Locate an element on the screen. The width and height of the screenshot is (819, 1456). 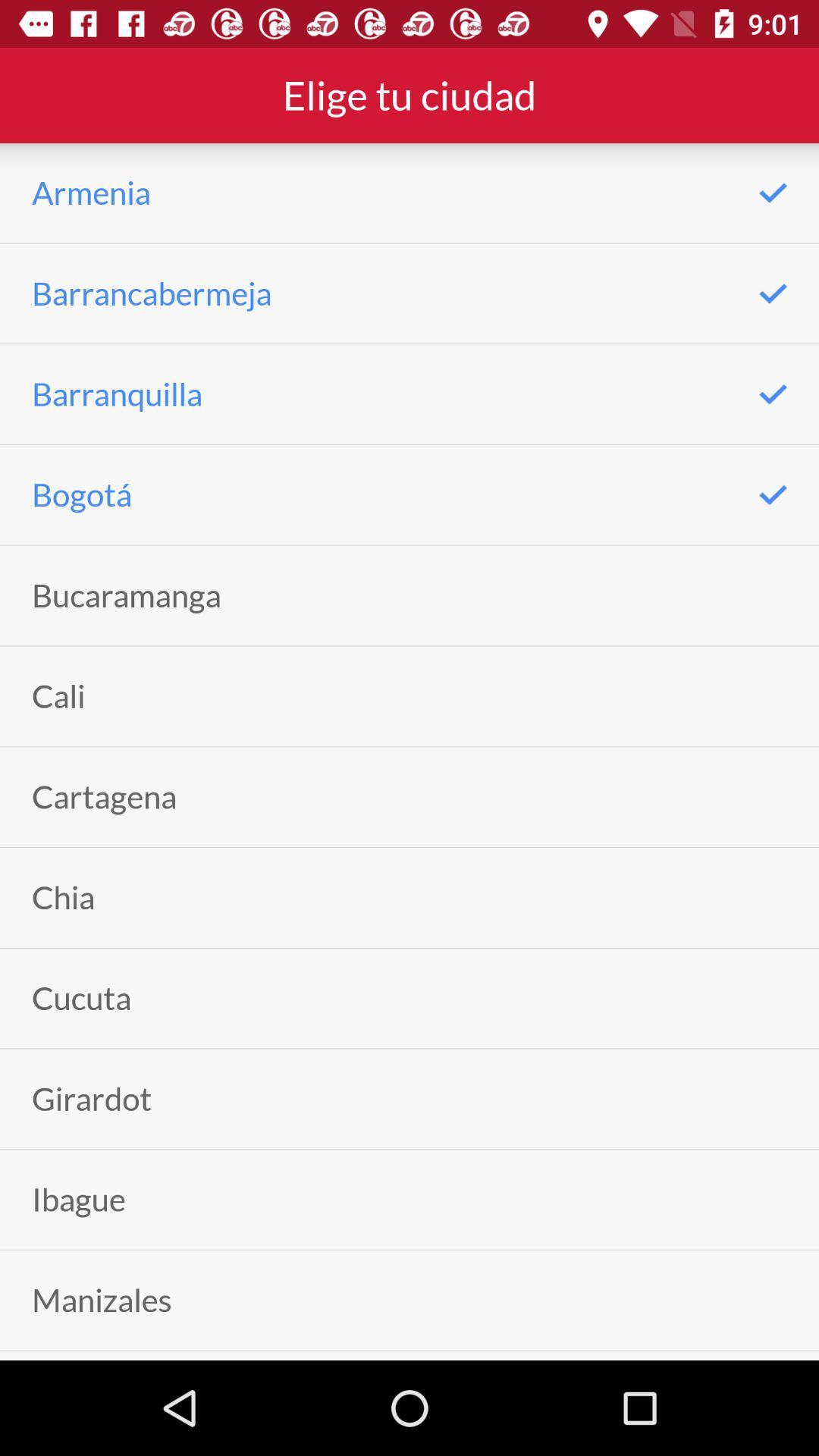
the bucaramanga is located at coordinates (125, 595).